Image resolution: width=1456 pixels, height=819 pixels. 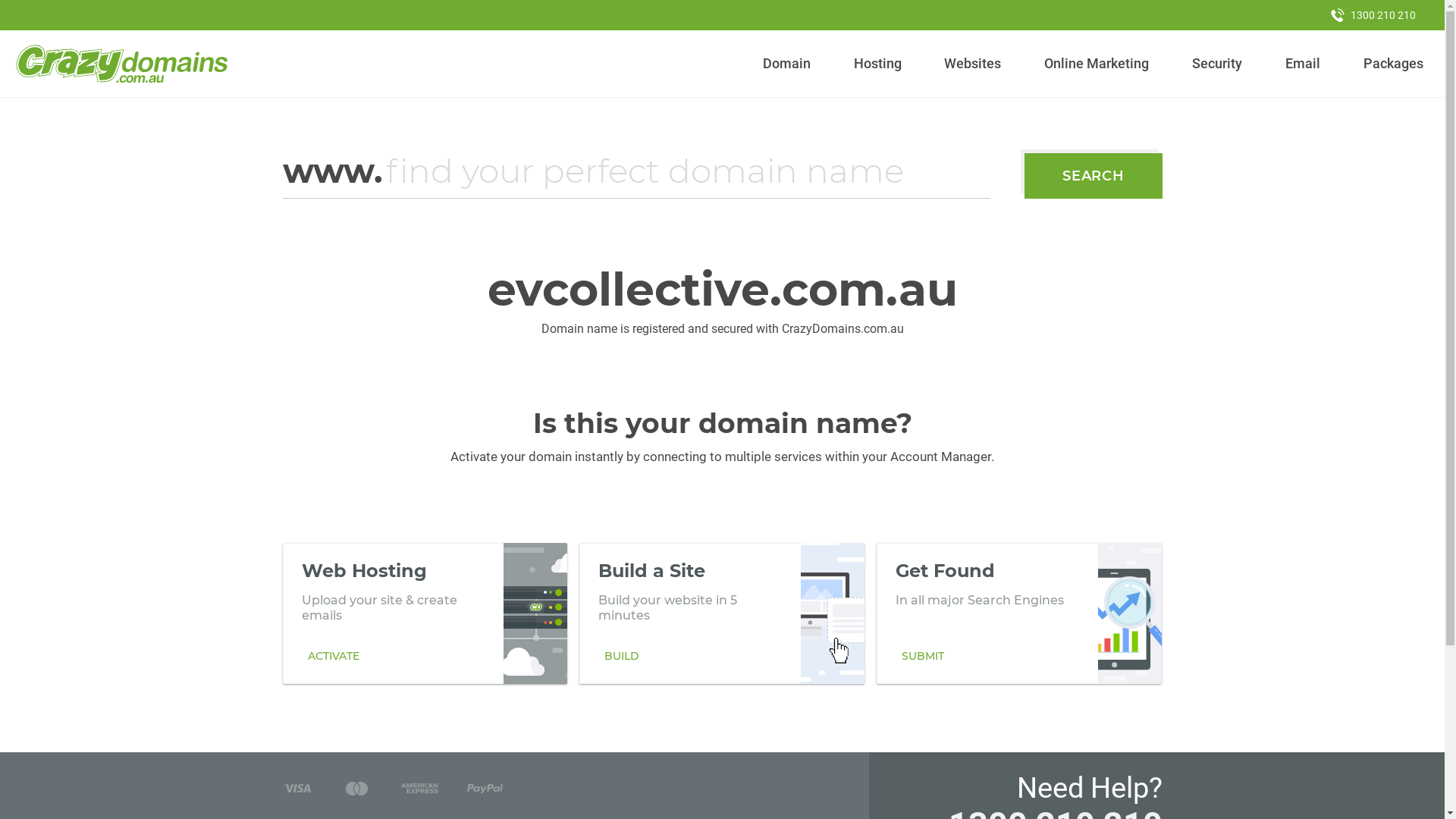 I want to click on 'Web Hosting, so click(x=425, y=613).